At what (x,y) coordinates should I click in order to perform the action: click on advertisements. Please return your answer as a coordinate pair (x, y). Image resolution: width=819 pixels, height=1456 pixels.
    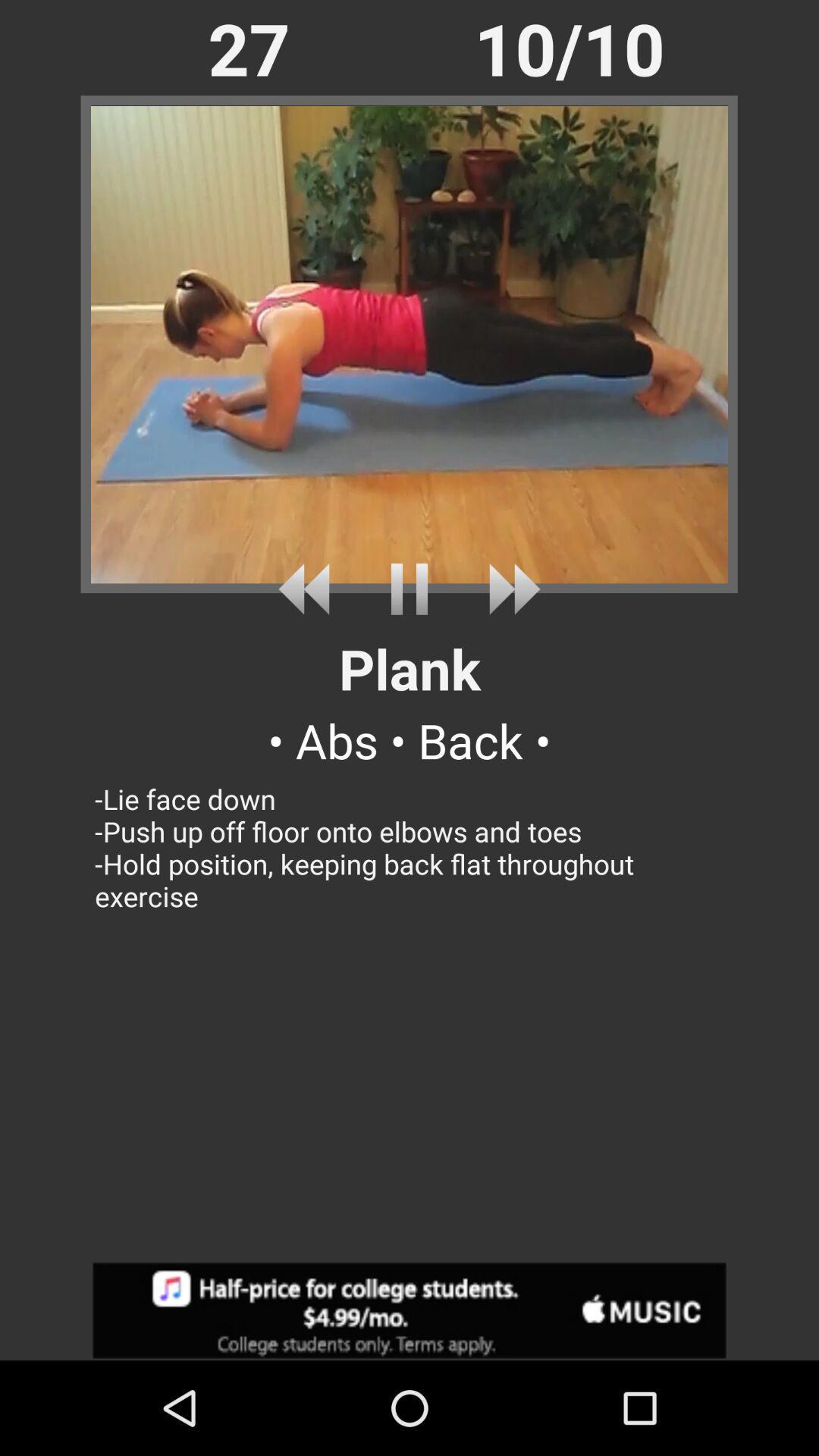
    Looking at the image, I should click on (409, 1310).